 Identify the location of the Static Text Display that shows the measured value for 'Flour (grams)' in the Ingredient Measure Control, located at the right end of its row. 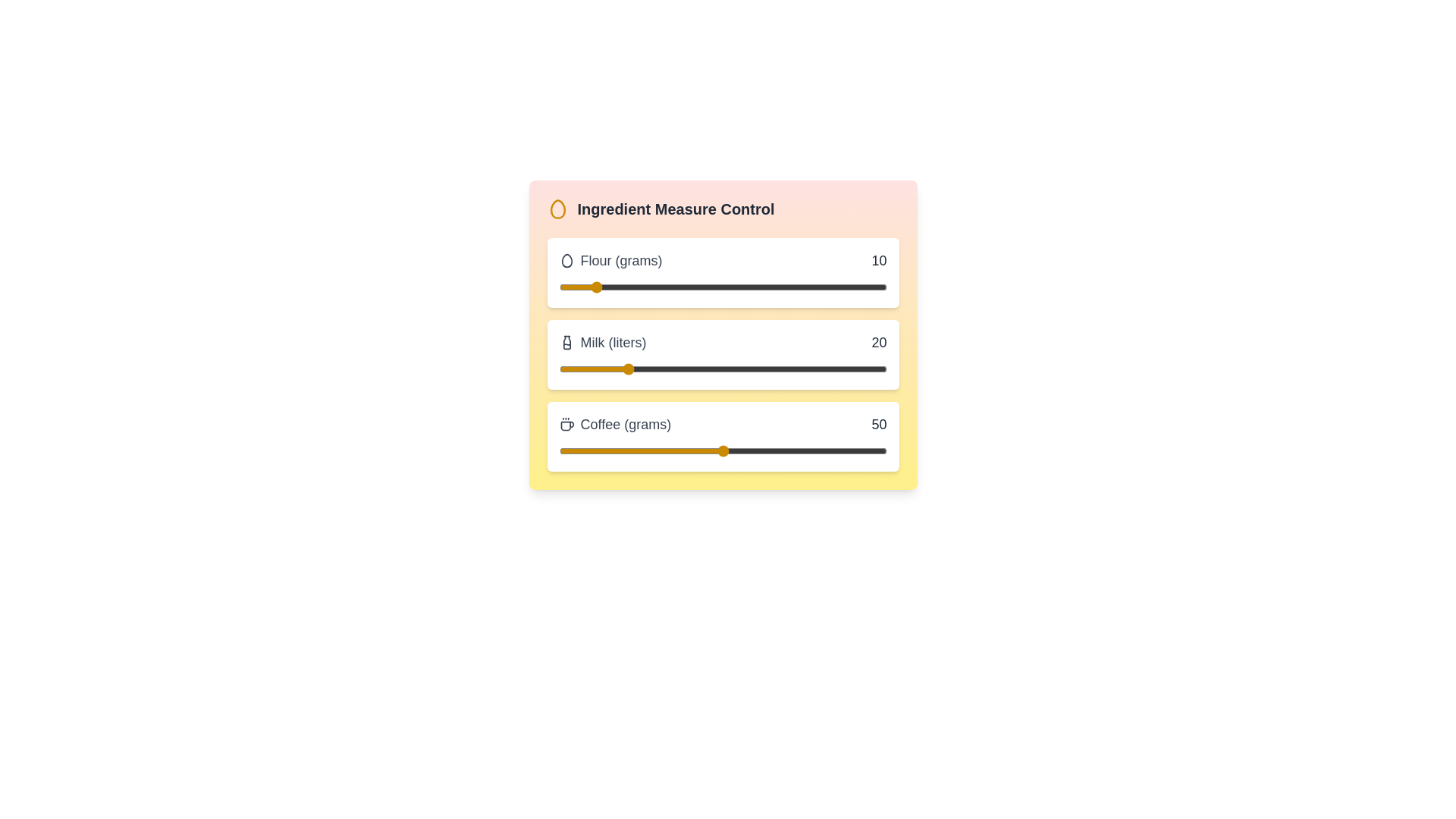
(879, 259).